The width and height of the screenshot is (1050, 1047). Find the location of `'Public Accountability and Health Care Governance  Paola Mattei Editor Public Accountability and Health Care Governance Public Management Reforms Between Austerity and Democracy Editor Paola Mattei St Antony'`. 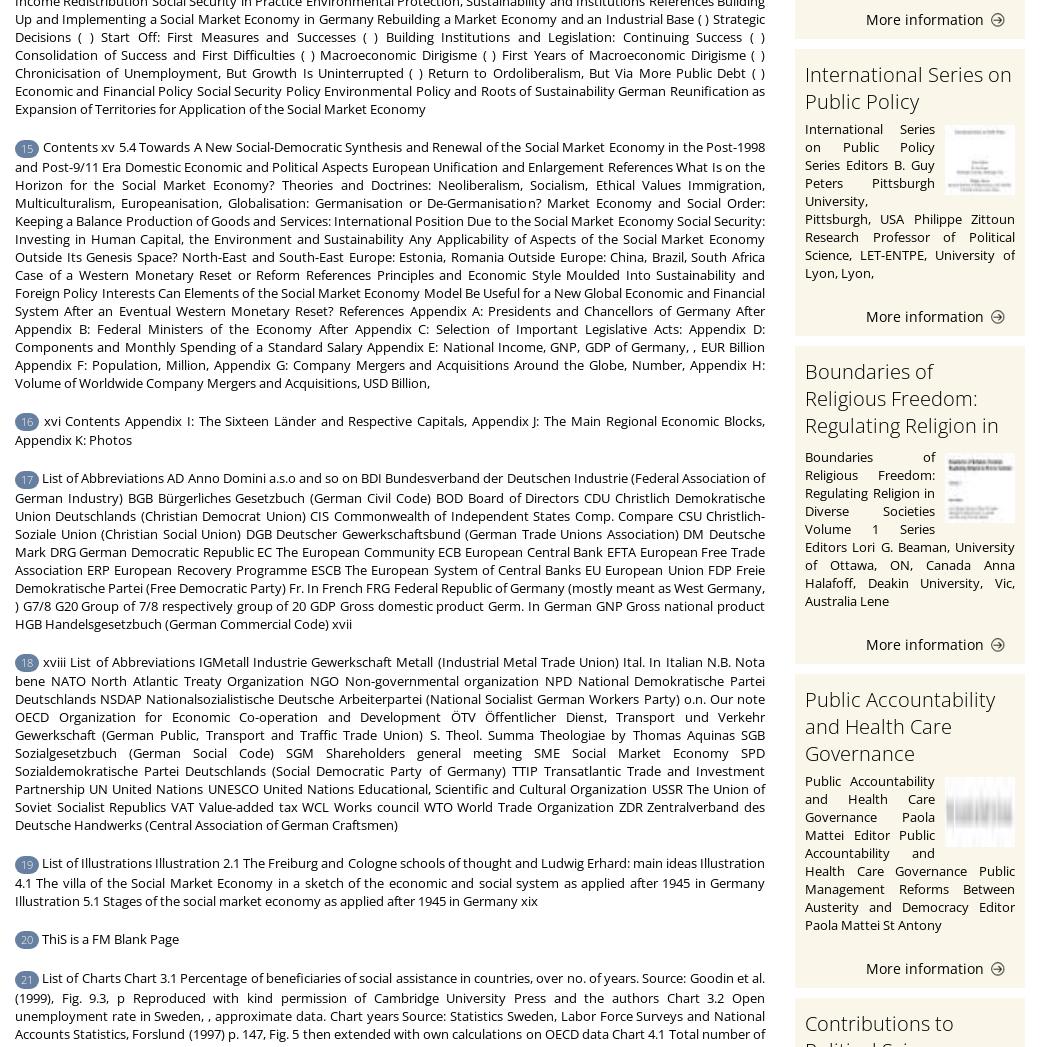

'Public Accountability and Health Care Governance  Paola Mattei Editor Public Accountability and Health Care Governance Public Management Reforms Between Austerity and Democracy Editor Paola Mattei St Antony' is located at coordinates (910, 852).